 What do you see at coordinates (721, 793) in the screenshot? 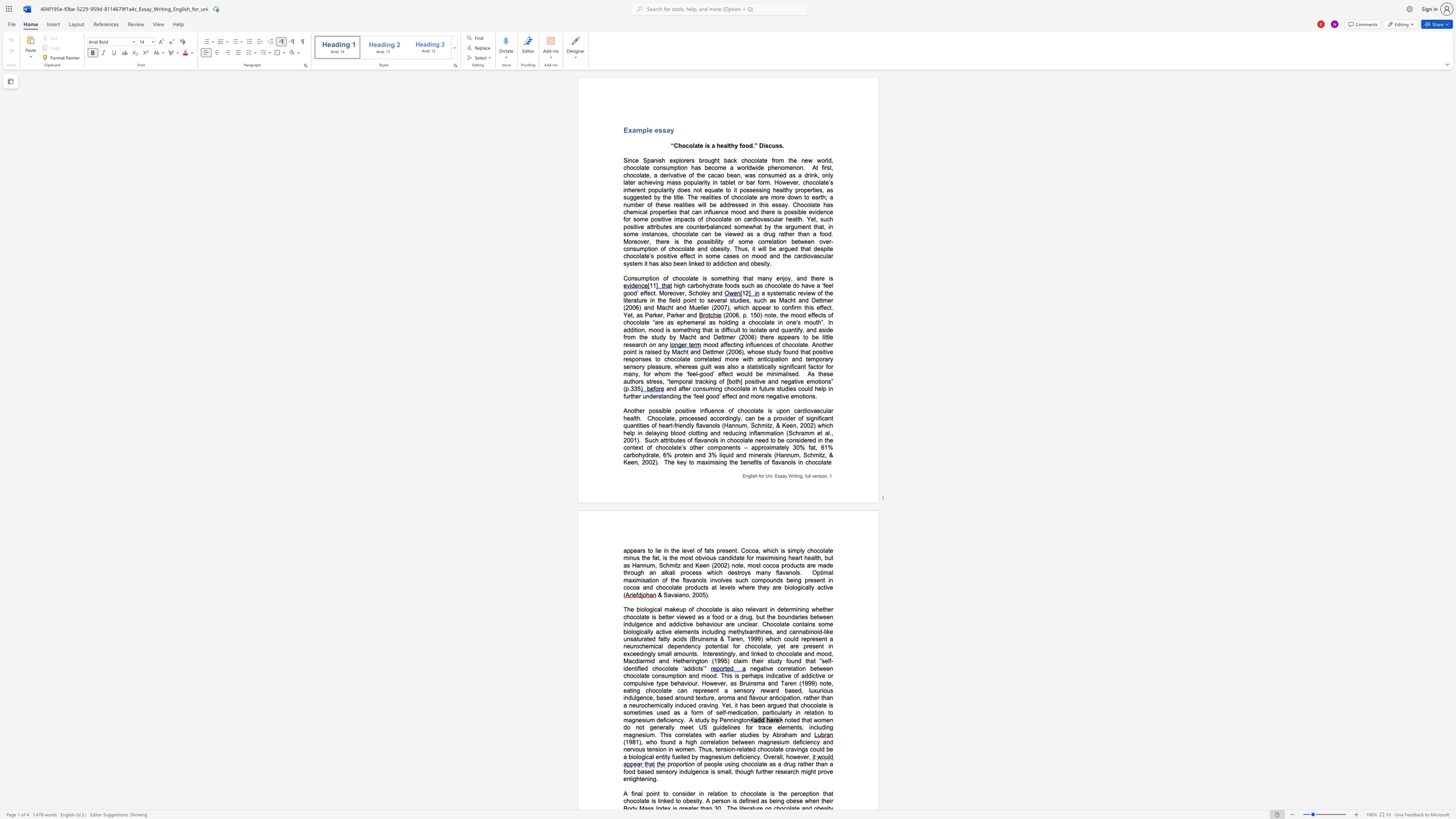
I see `the subset text "on to chocolate is t" within the text "to consider in relation to chocolate is the"` at bounding box center [721, 793].